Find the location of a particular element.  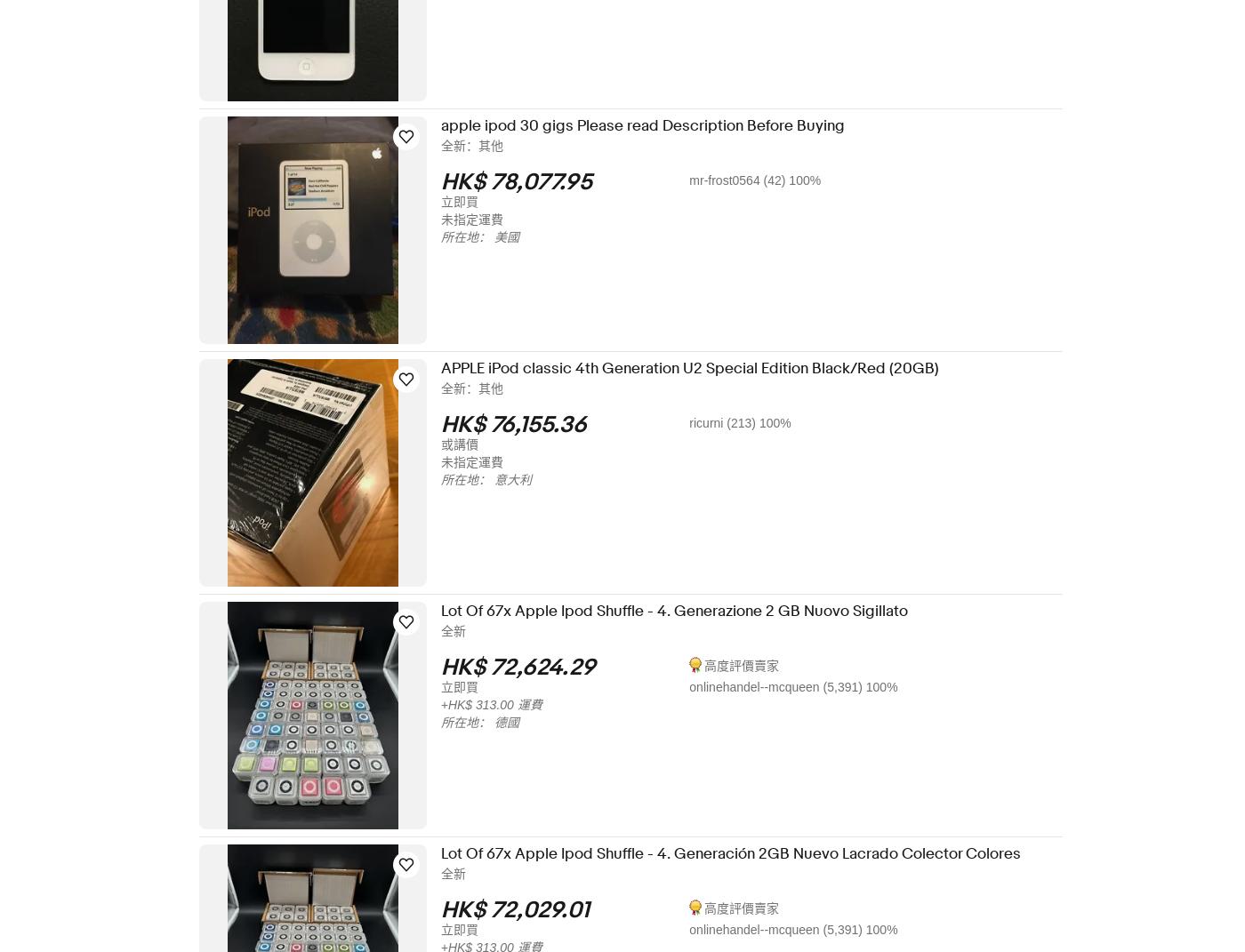

'Lot Of 67x Apple Ipod Shuffle - 4. Generazione 2 GB Nuovo Sigillato' is located at coordinates (686, 610).